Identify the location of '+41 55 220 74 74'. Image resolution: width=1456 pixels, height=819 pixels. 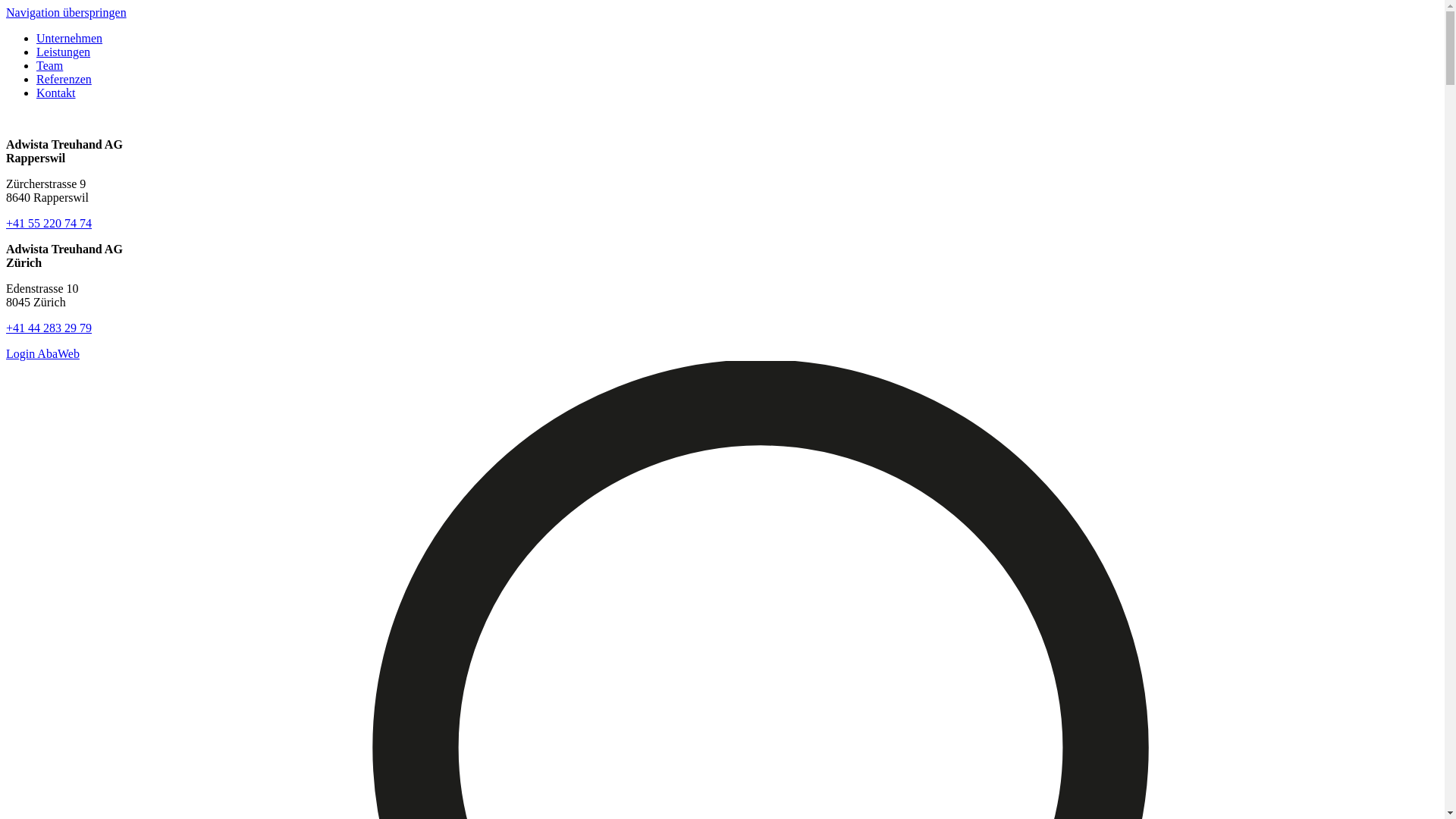
(6, 223).